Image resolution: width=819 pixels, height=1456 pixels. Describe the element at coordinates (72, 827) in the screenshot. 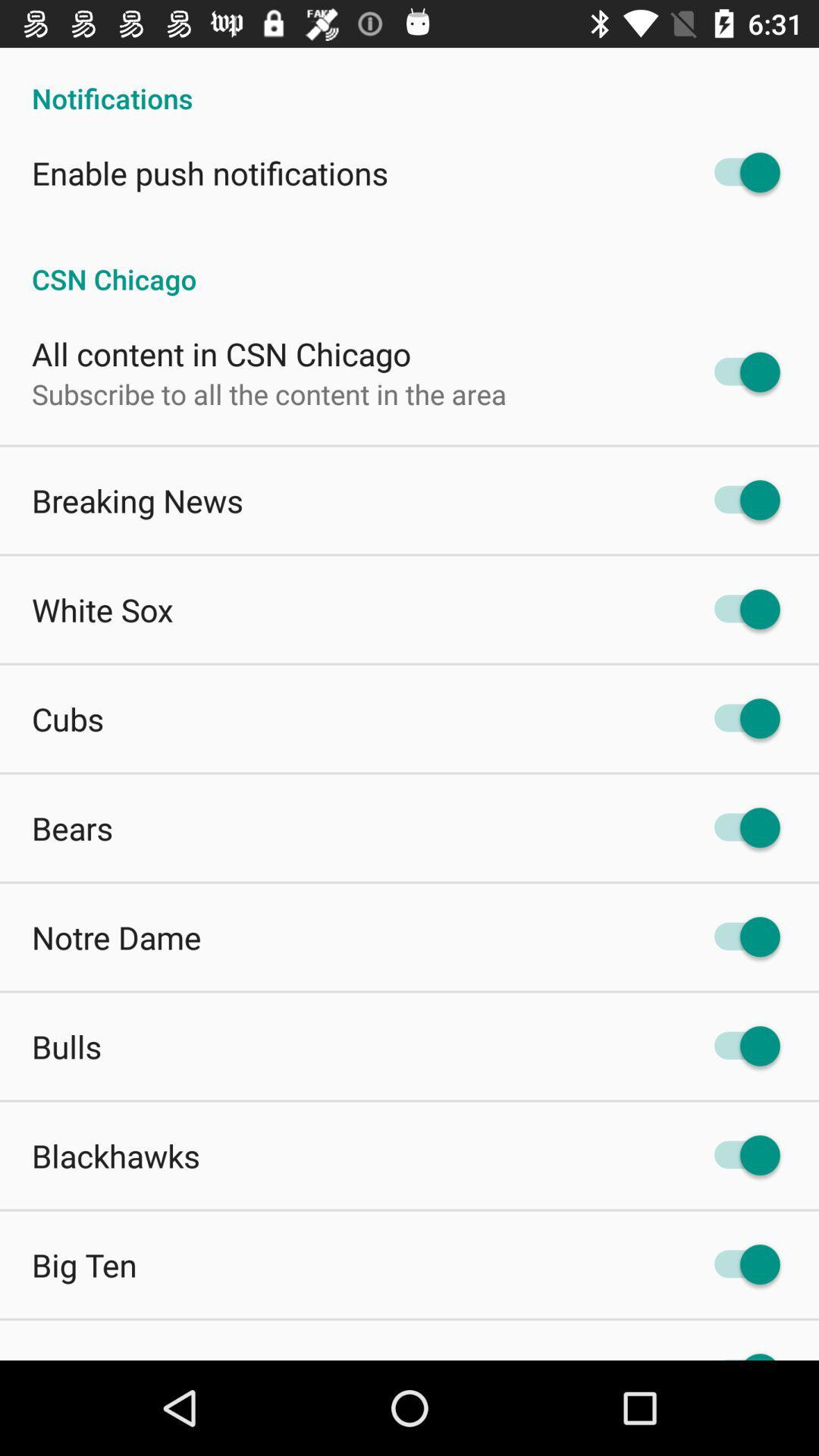

I see `bears app` at that location.